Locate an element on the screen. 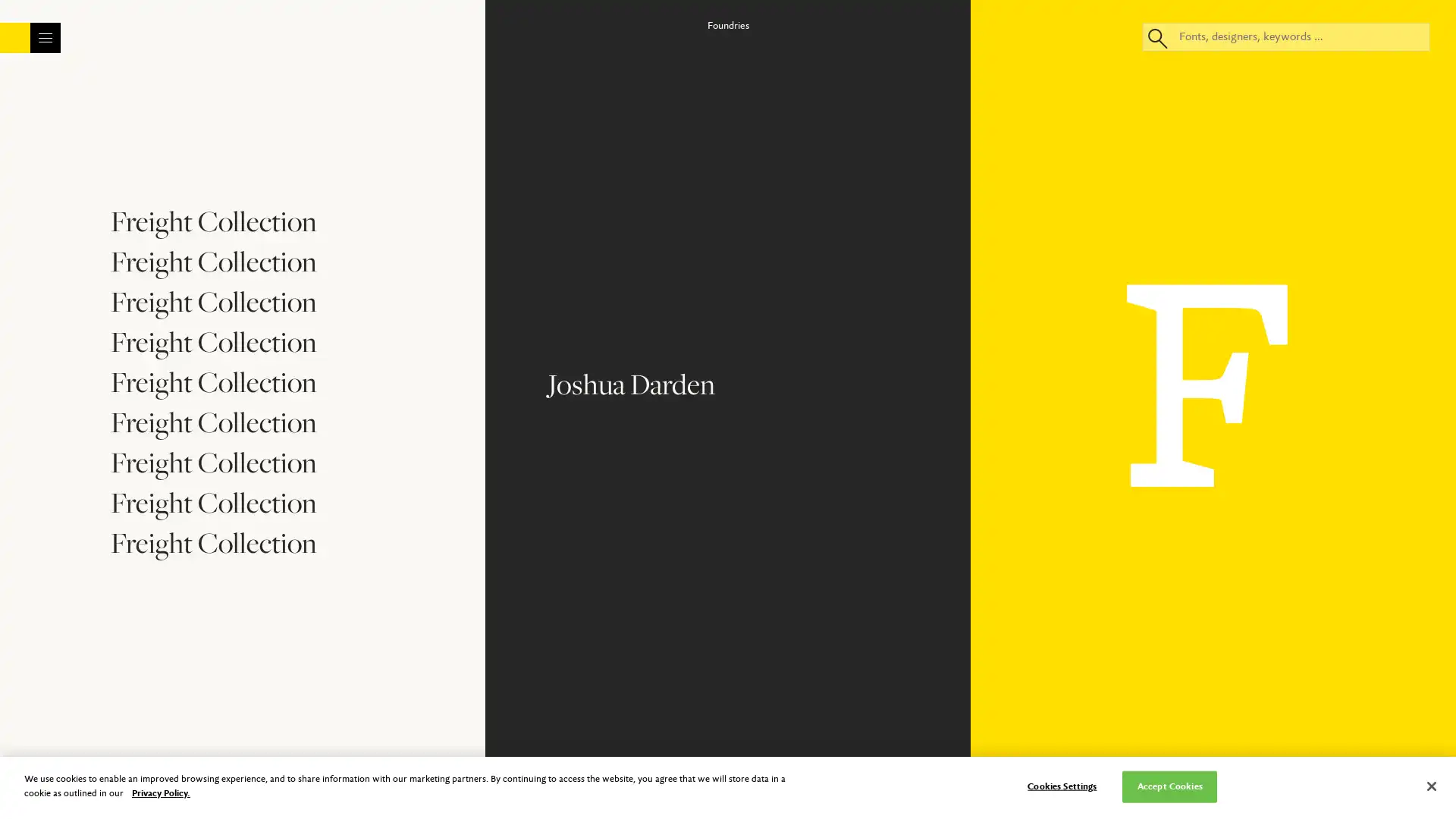  Accept Cookies is located at coordinates (1169, 786).